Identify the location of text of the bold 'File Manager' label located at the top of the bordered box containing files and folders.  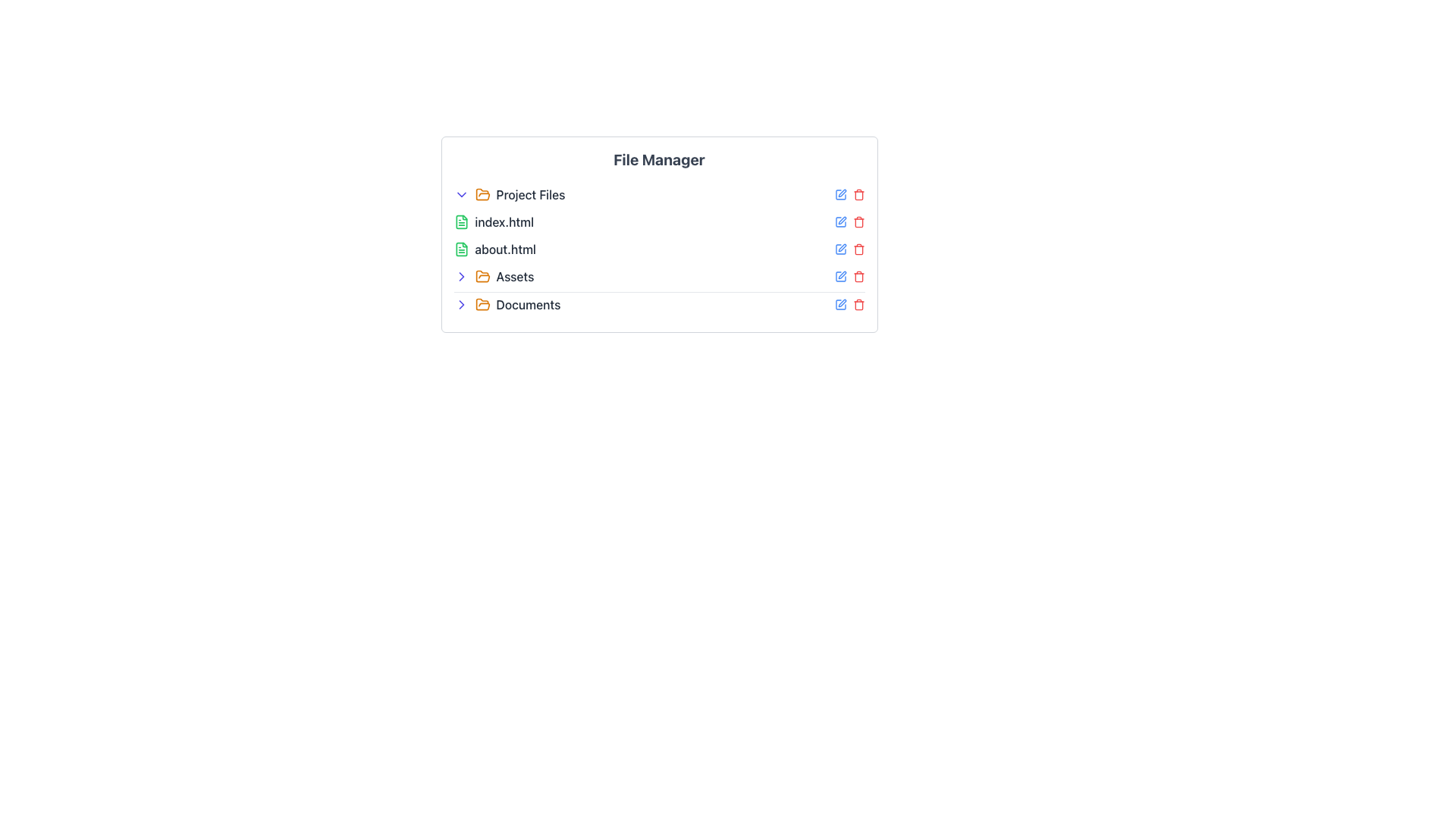
(659, 160).